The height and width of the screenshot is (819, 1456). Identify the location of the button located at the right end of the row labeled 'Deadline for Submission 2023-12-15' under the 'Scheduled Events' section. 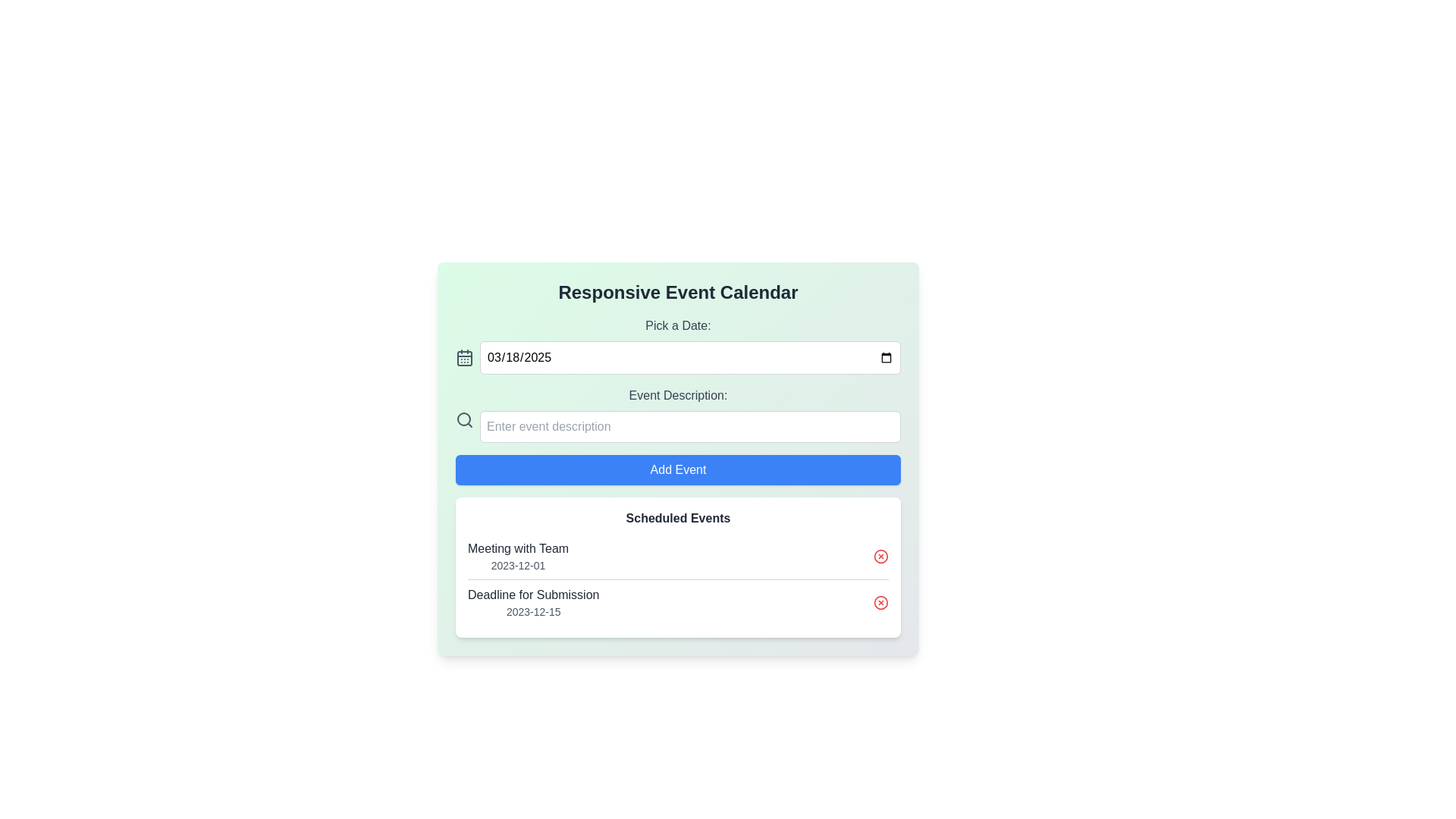
(880, 601).